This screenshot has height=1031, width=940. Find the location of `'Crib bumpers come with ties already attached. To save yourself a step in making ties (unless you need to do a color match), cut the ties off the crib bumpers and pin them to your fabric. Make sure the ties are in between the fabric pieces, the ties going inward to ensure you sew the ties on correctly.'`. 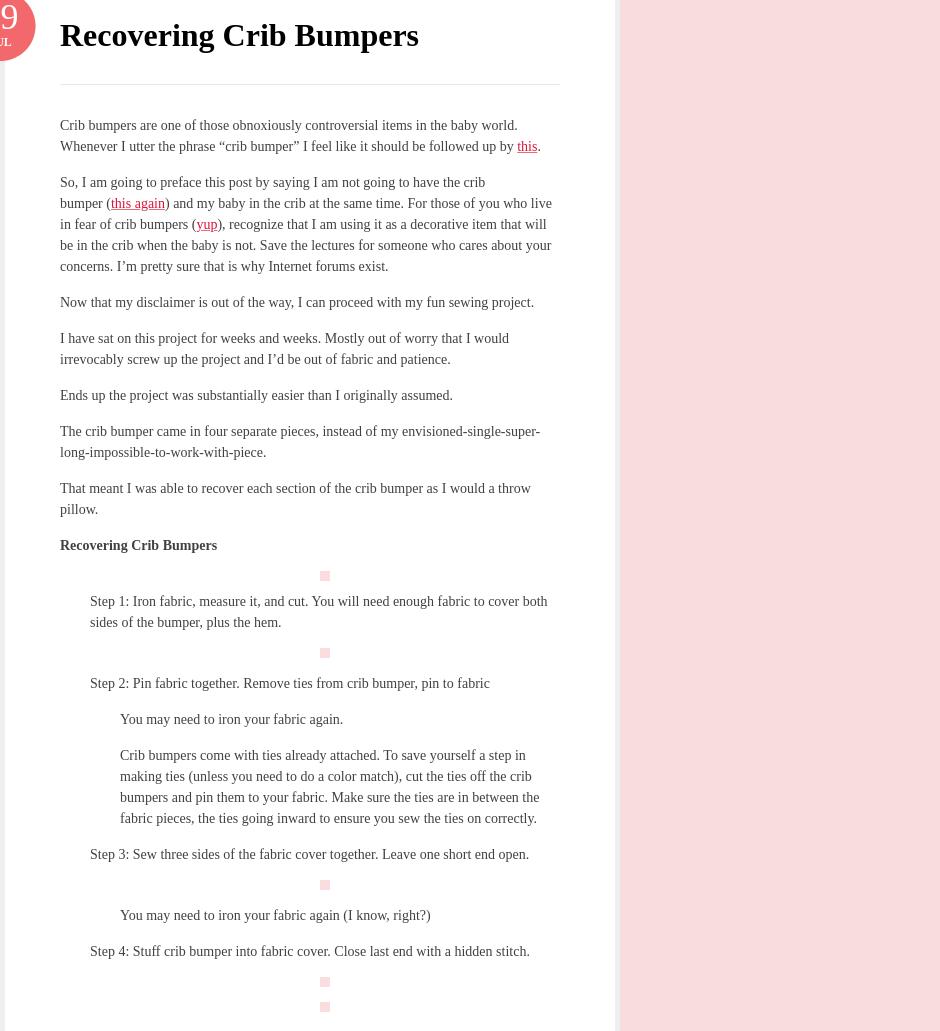

'Crib bumpers come with ties already attached. To save yourself a step in making ties (unless you need to do a color match), cut the ties off the crib bumpers and pin them to your fabric. Make sure the ties are in between the fabric pieces, the ties going inward to ensure you sew the ties on correctly.' is located at coordinates (329, 785).